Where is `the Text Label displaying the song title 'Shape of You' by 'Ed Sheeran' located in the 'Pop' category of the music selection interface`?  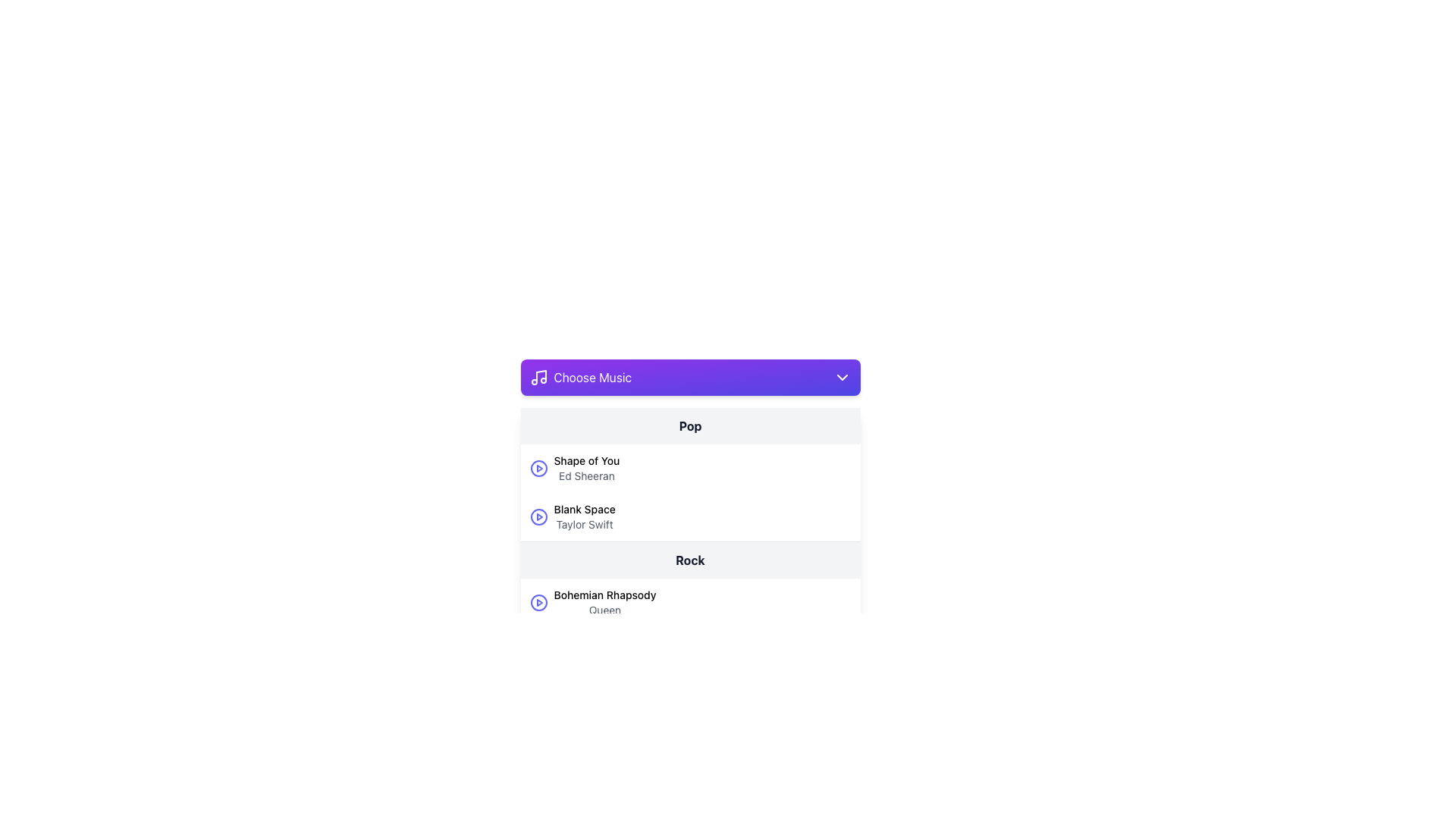
the Text Label displaying the song title 'Shape of You' by 'Ed Sheeran' located in the 'Pop' category of the music selection interface is located at coordinates (585, 467).